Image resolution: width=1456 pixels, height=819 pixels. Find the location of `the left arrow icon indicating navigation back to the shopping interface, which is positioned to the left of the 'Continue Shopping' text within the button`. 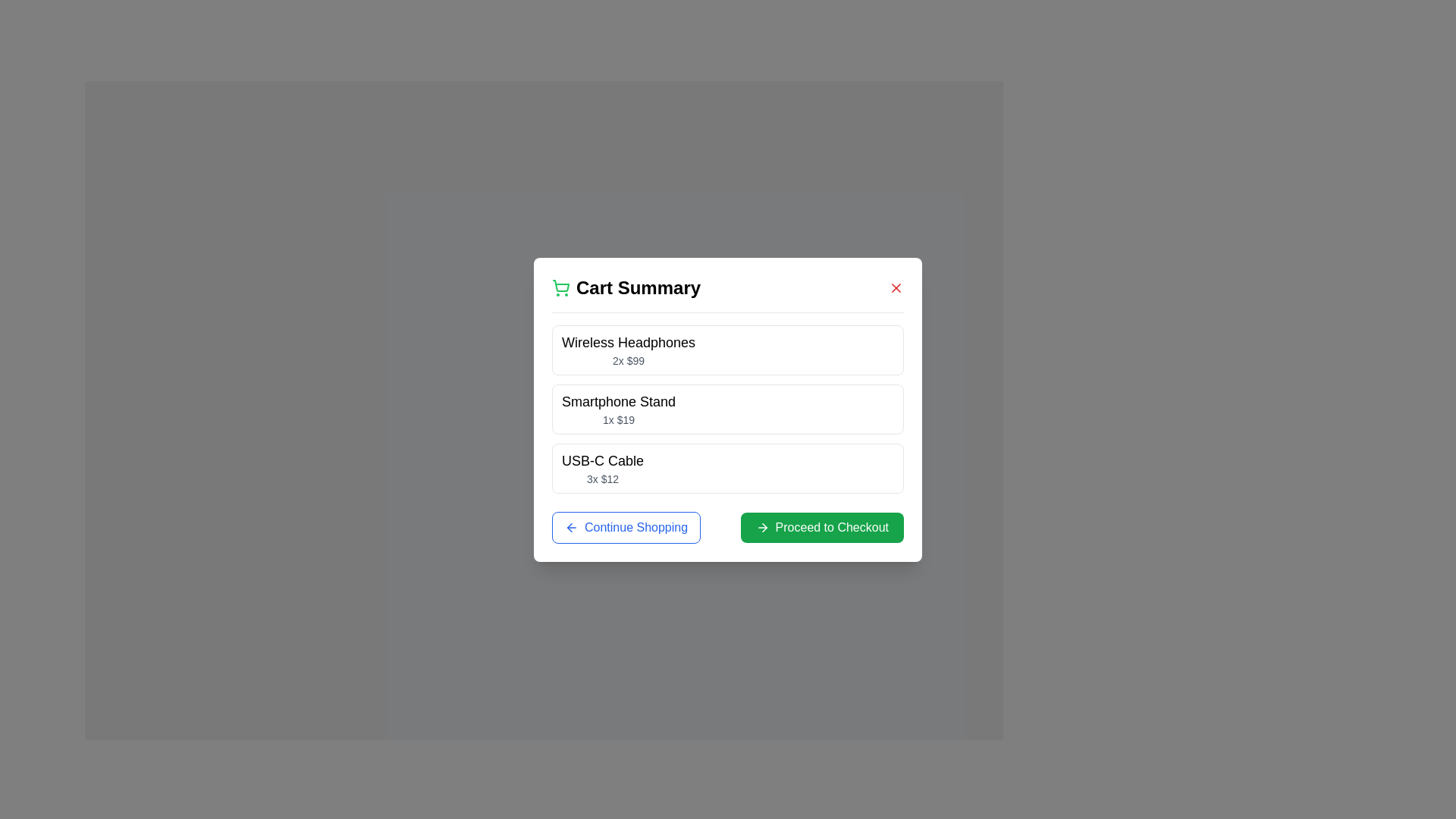

the left arrow icon indicating navigation back to the shopping interface, which is positioned to the left of the 'Continue Shopping' text within the button is located at coordinates (570, 526).